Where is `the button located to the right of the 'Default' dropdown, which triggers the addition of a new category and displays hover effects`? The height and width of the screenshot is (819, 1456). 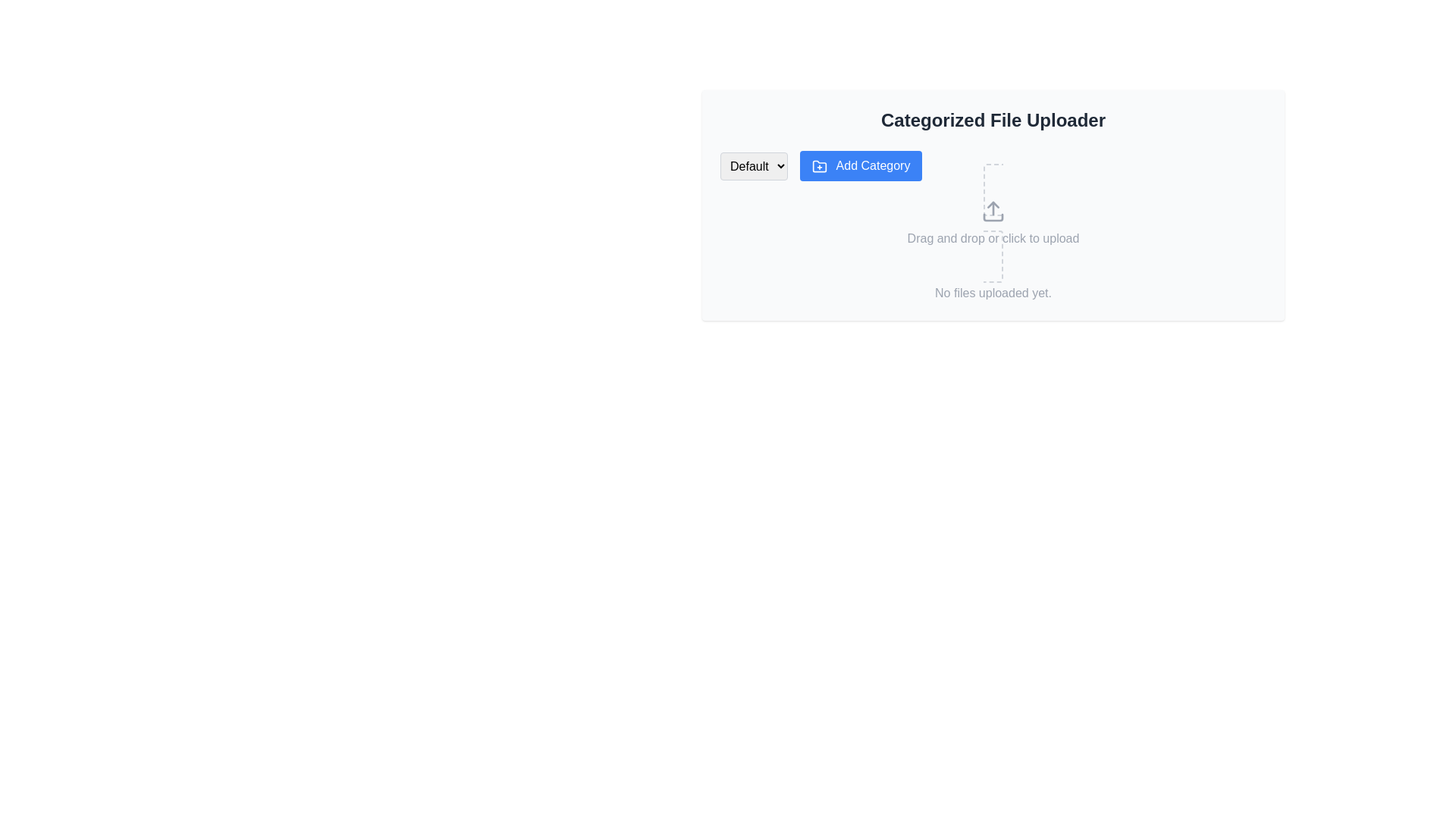 the button located to the right of the 'Default' dropdown, which triggers the addition of a new category and displays hover effects is located at coordinates (861, 166).